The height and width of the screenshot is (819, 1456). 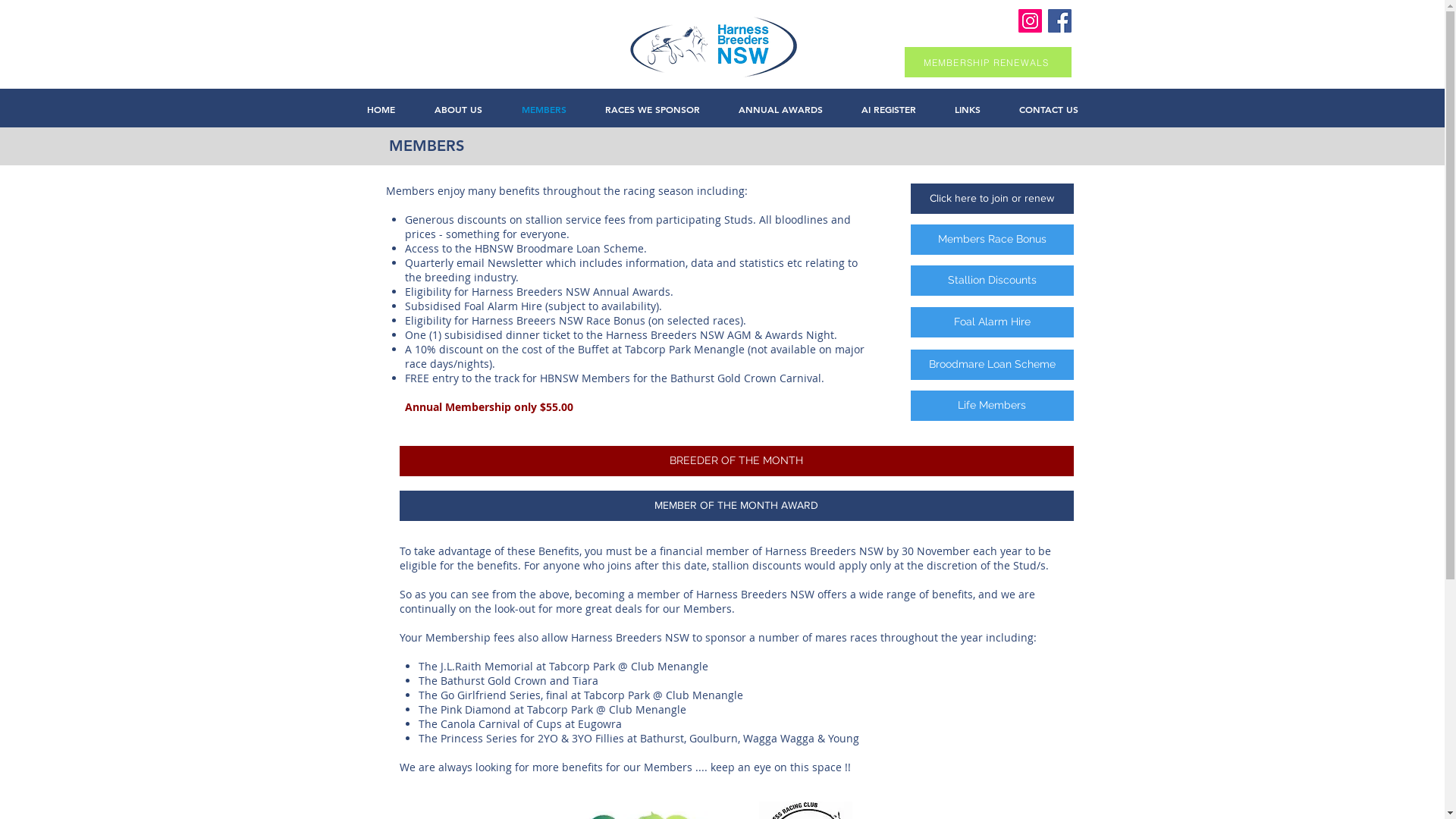 I want to click on 'MEMBERSHIP RENEWALS', so click(x=903, y=61).